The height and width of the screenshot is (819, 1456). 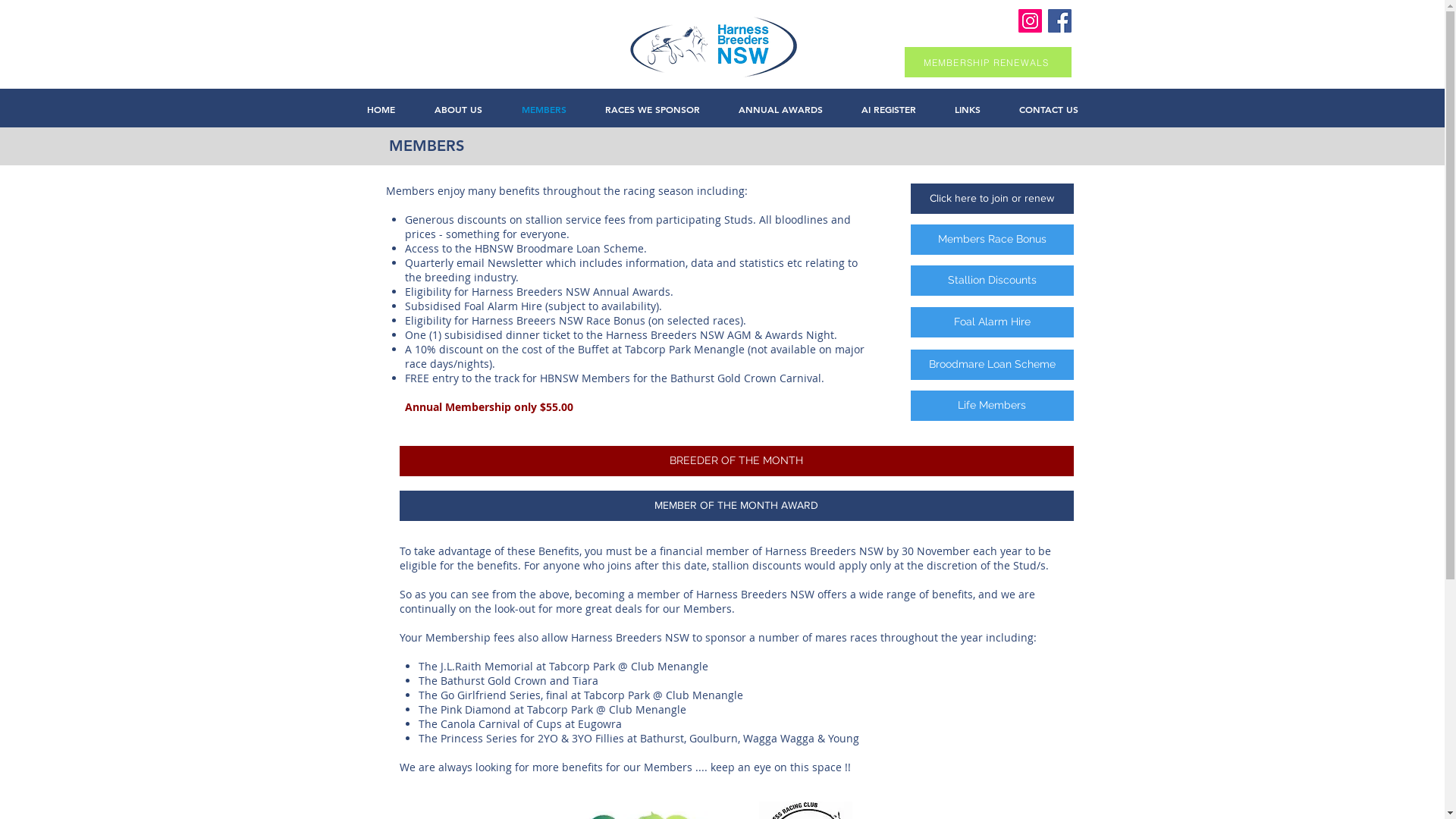 I want to click on 'MEMBERSHIP RENEWALS', so click(x=903, y=61).